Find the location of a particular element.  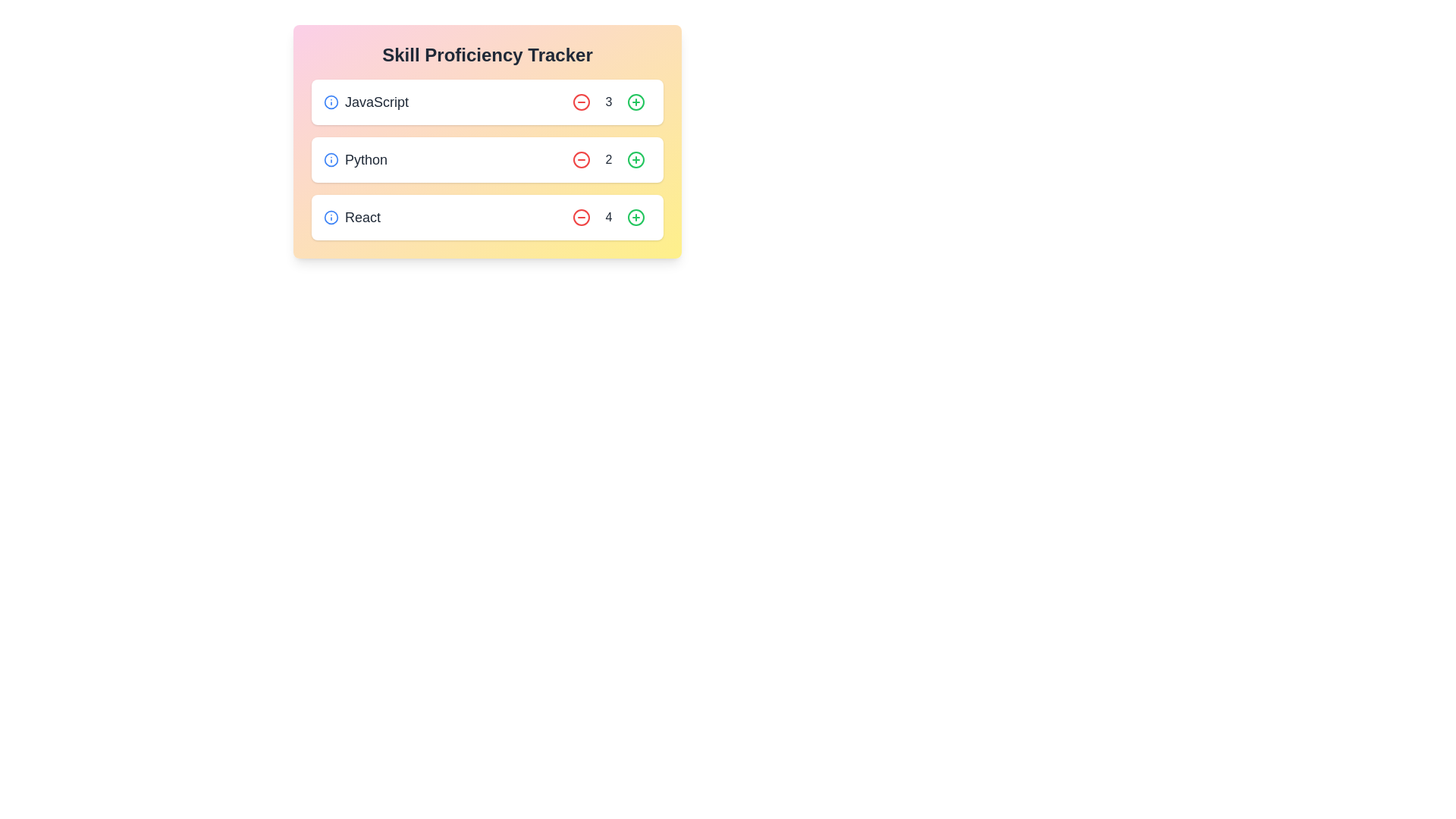

the information icon for the skill Python is located at coordinates (330, 160).